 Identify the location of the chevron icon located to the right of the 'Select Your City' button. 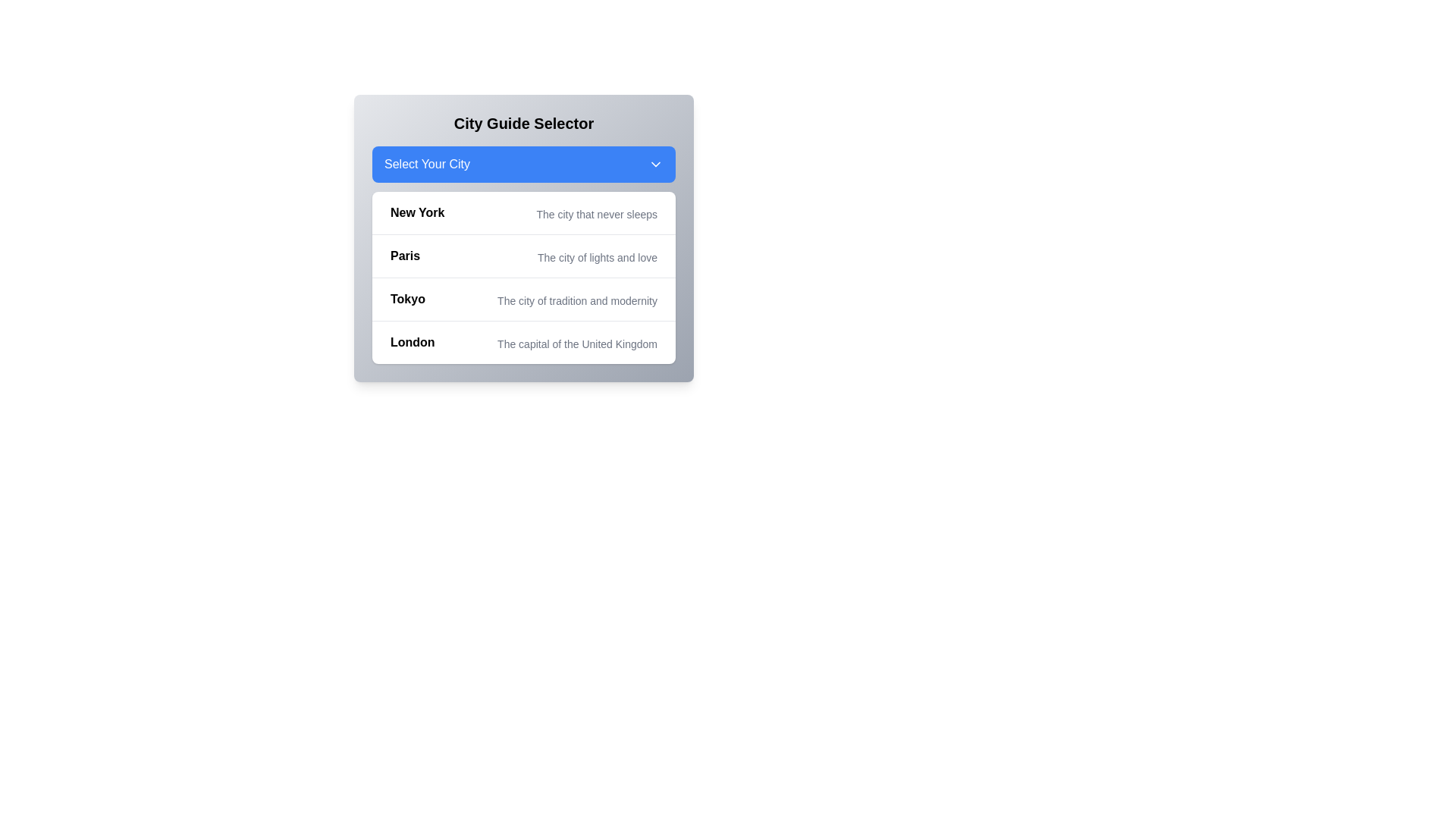
(655, 164).